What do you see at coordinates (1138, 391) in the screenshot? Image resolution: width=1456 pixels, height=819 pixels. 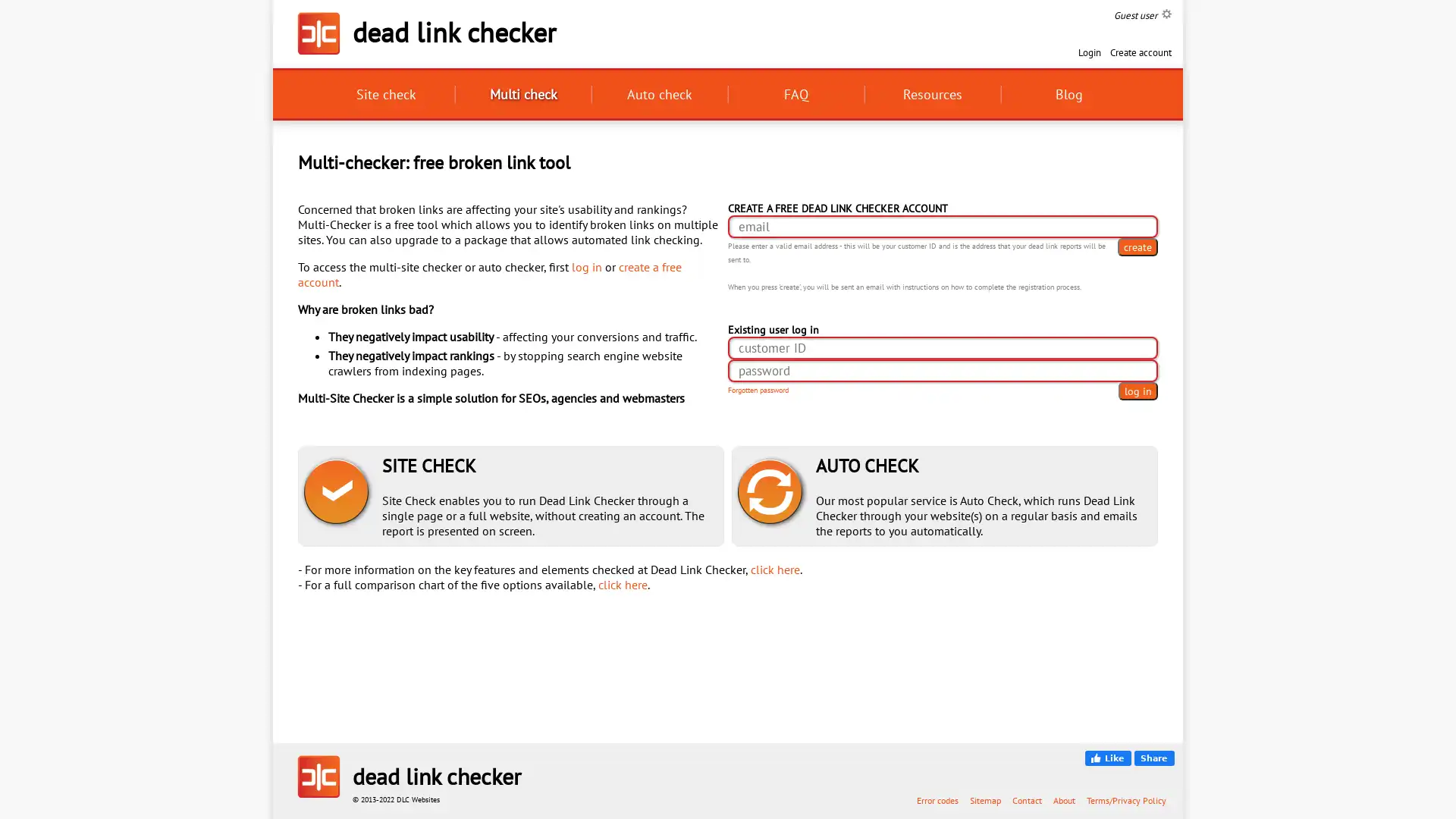 I see `log in` at bounding box center [1138, 391].